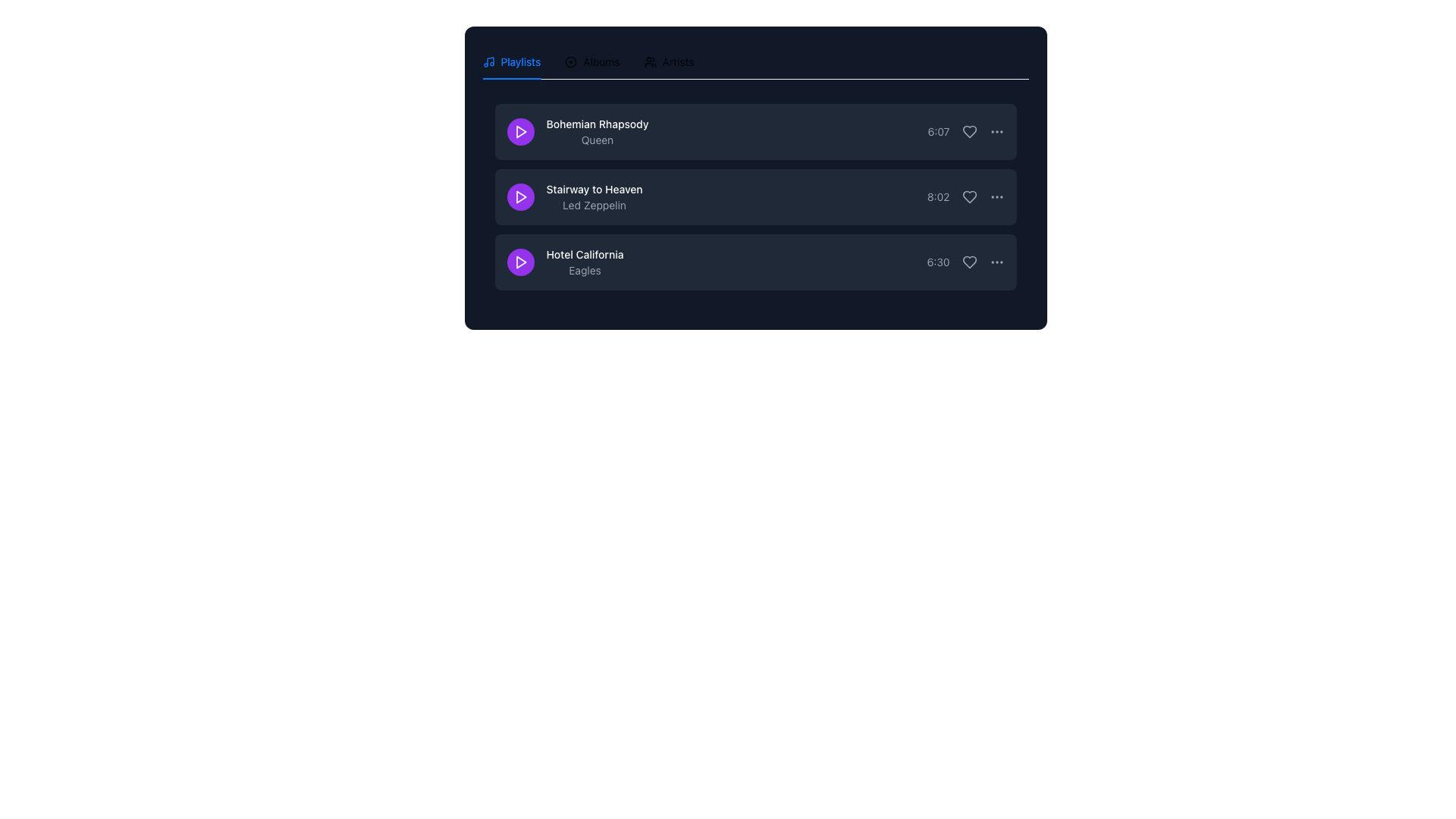  What do you see at coordinates (521, 262) in the screenshot?
I see `the play icon button located in the third row of the playlist interface for the track 'Hotel California' by the Eagles` at bounding box center [521, 262].